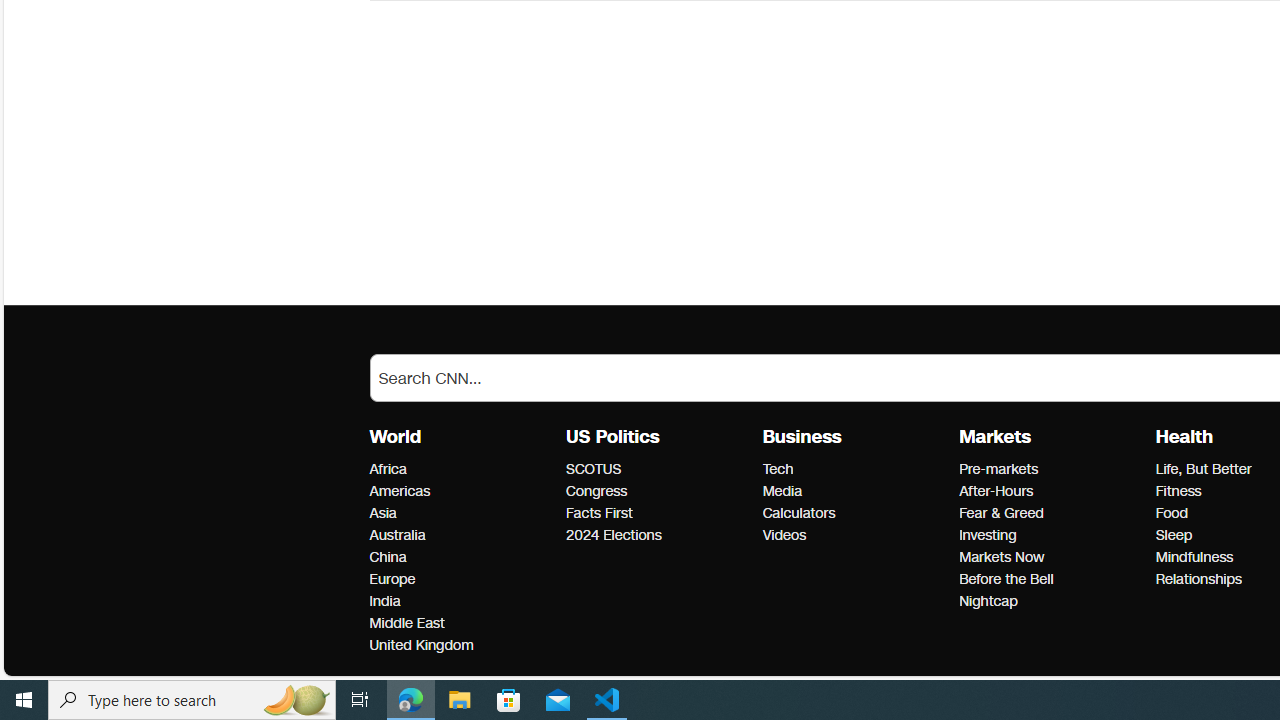  What do you see at coordinates (1194, 557) in the screenshot?
I see `'Health Mindfulness'` at bounding box center [1194, 557].